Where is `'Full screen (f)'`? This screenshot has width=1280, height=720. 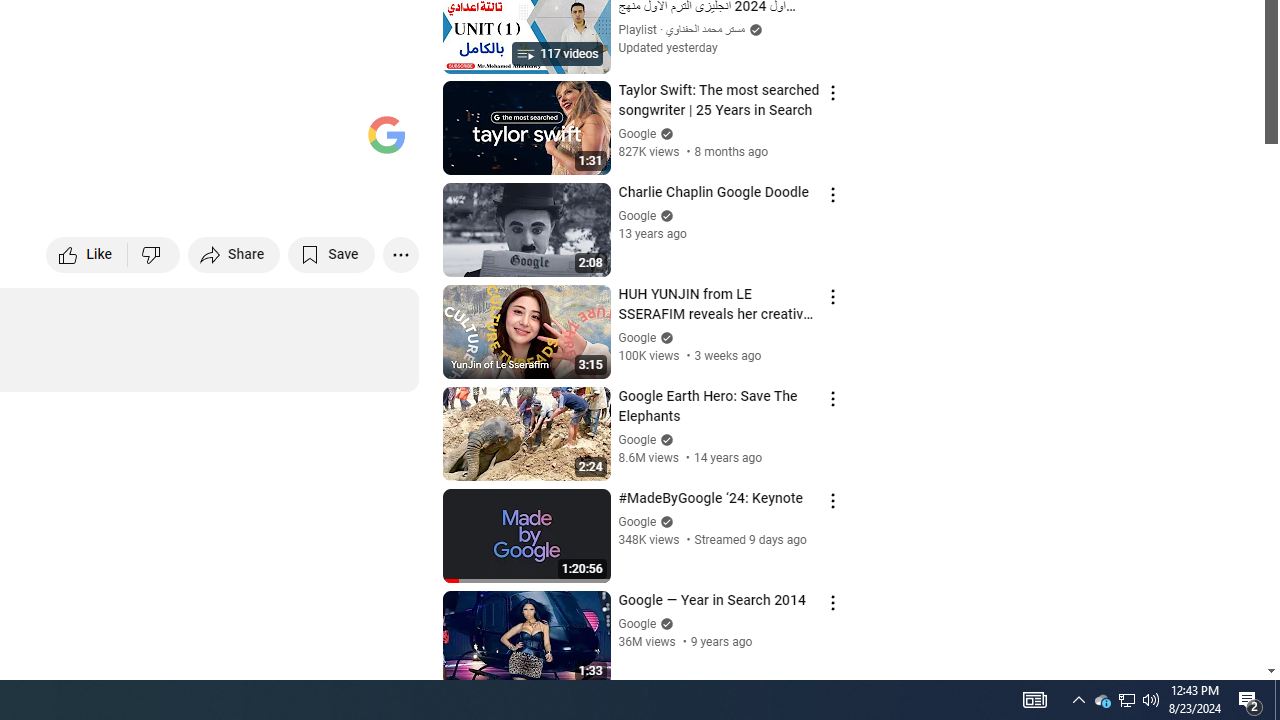 'Full screen (f)' is located at coordinates (382, 141).